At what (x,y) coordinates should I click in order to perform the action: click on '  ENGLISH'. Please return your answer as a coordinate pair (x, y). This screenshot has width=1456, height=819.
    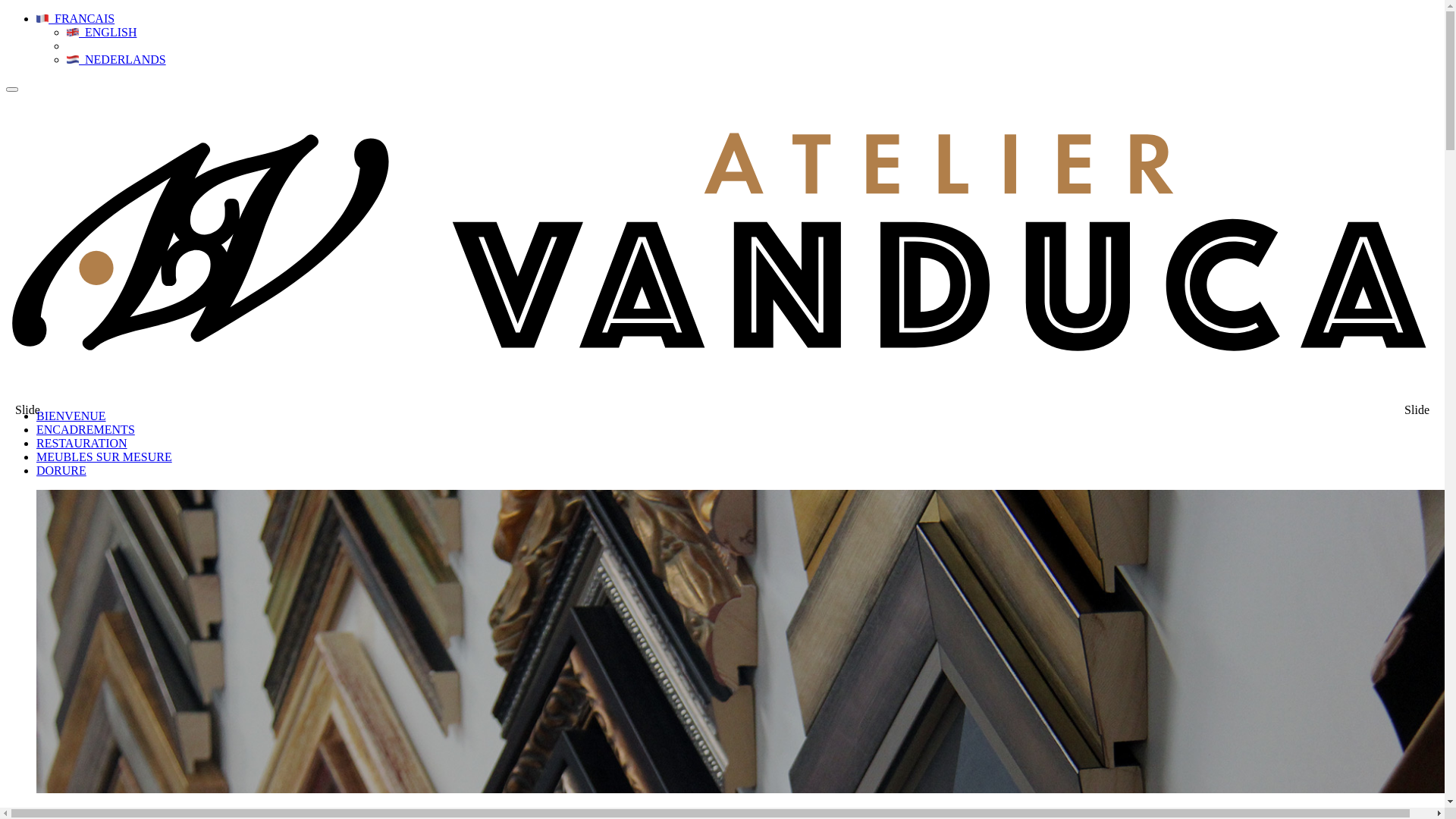
    Looking at the image, I should click on (65, 32).